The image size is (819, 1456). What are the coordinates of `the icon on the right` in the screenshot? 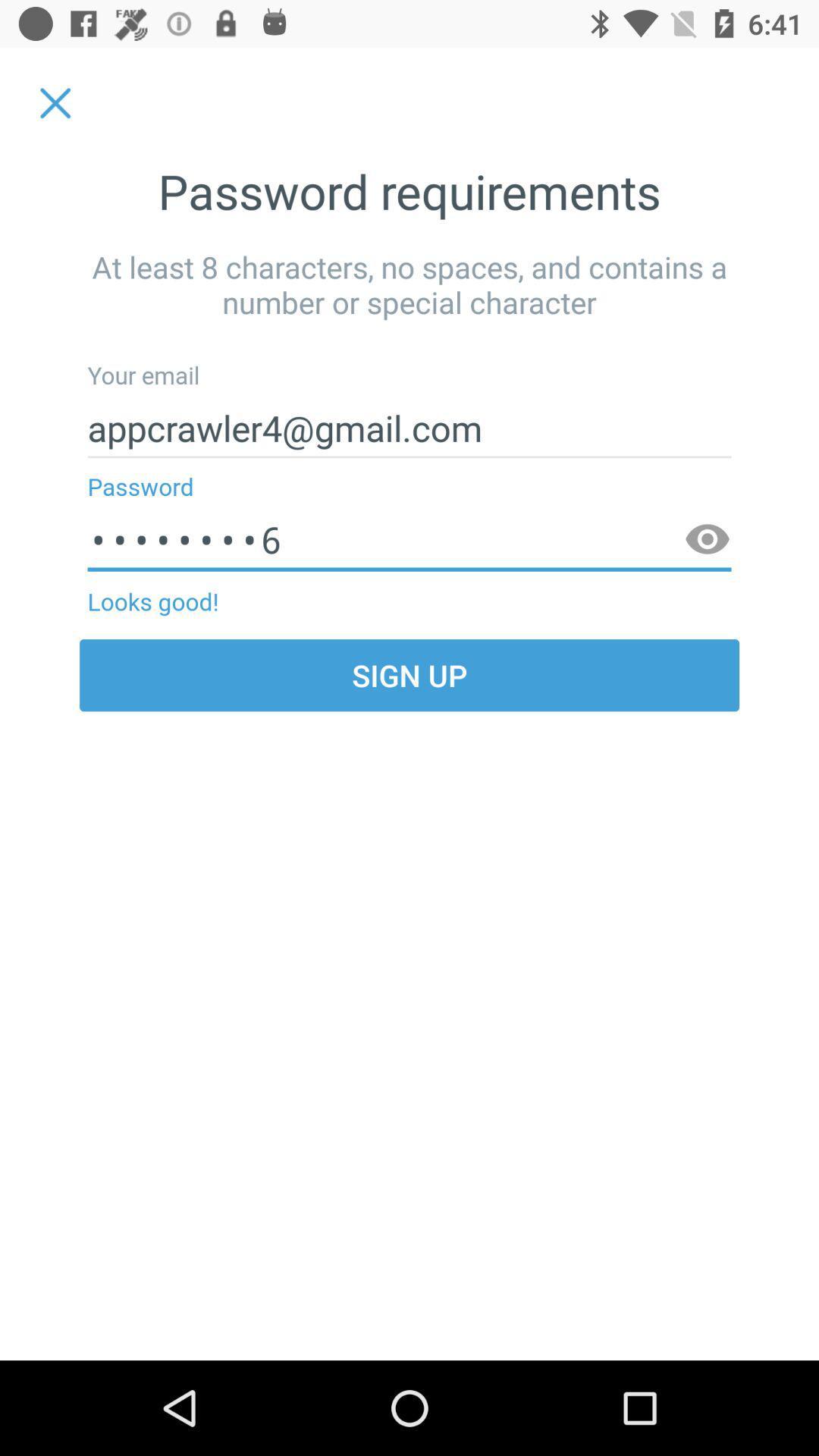 It's located at (708, 540).